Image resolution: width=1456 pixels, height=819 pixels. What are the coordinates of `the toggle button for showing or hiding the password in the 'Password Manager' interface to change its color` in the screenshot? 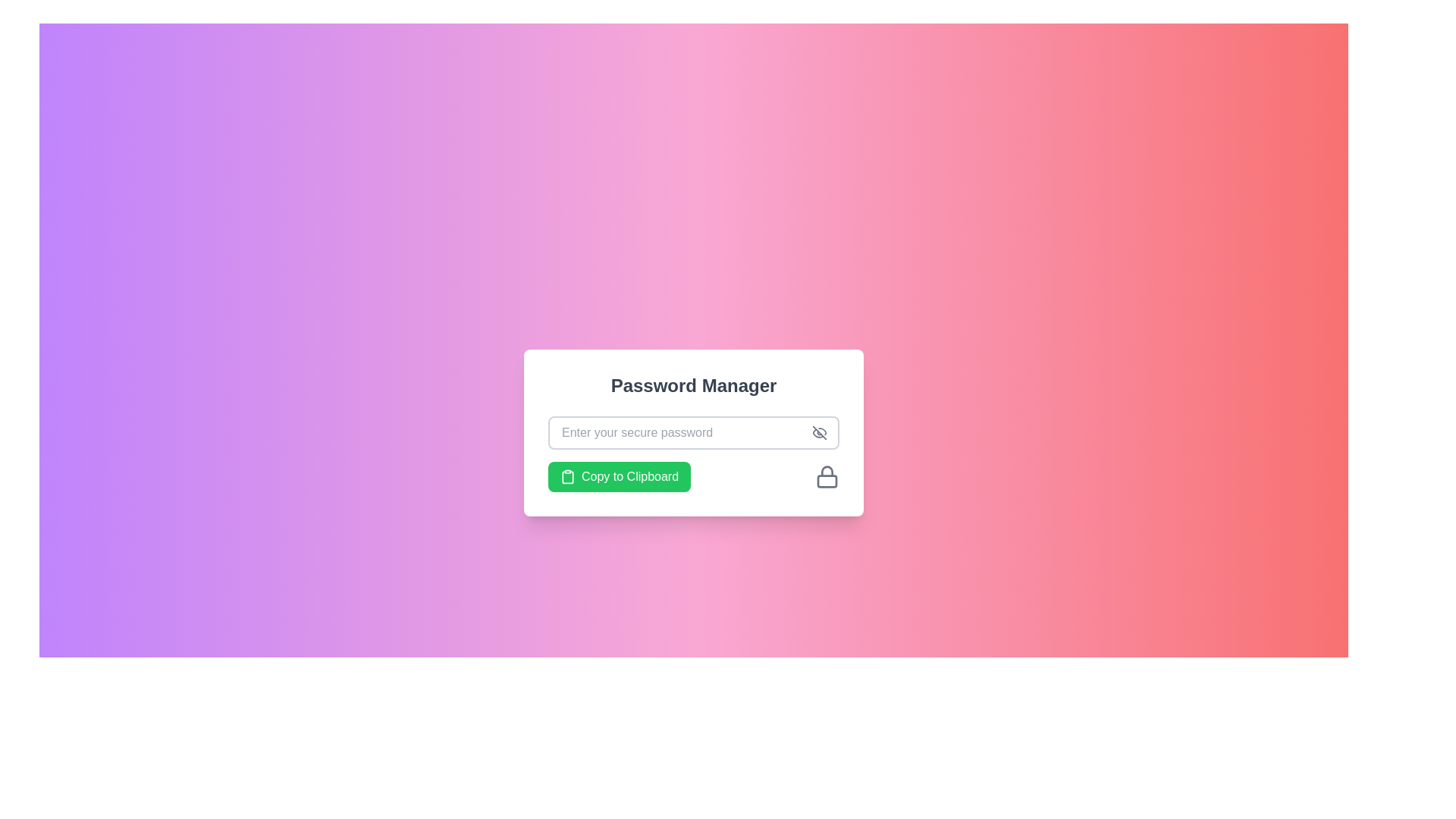 It's located at (818, 432).